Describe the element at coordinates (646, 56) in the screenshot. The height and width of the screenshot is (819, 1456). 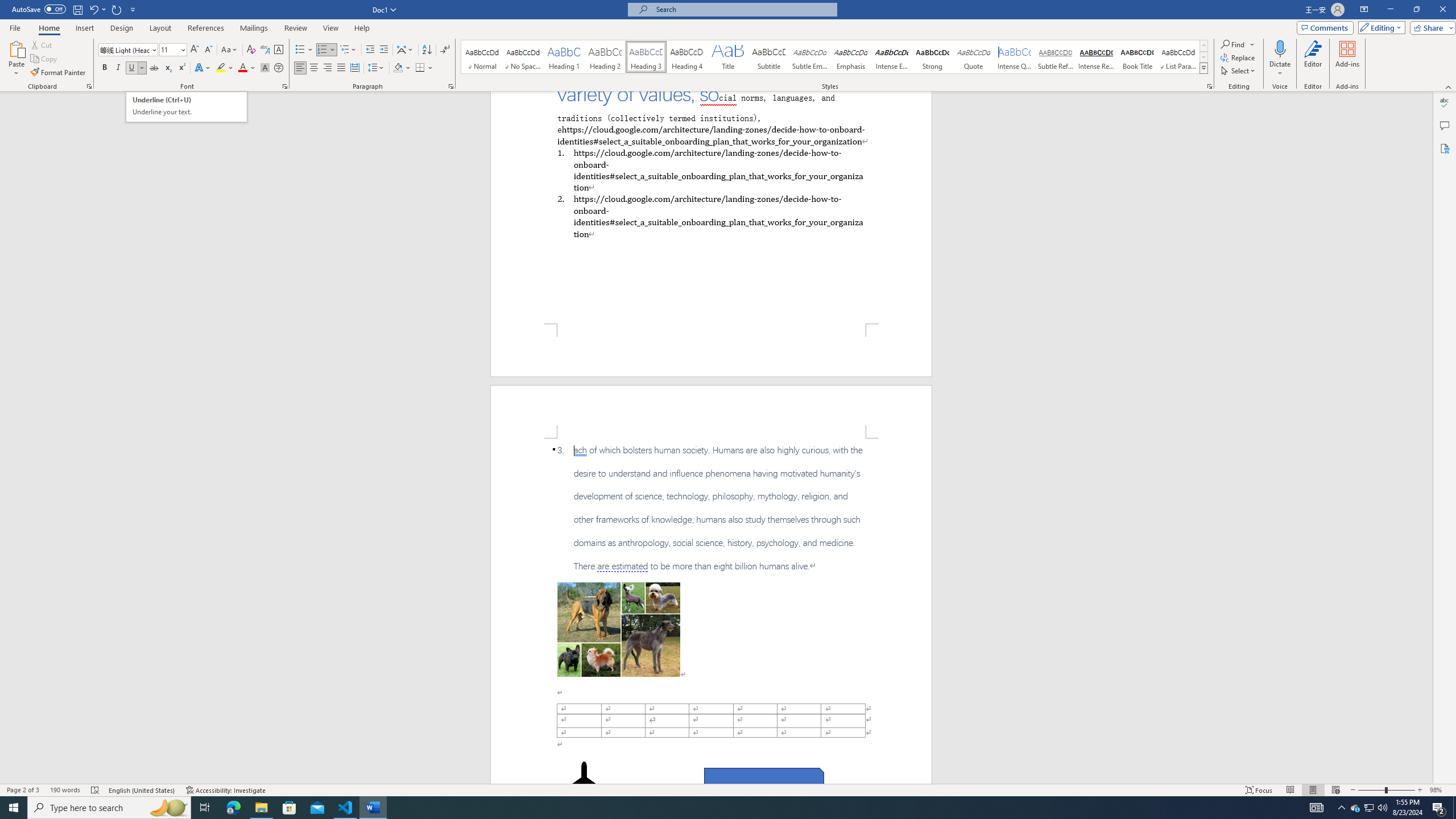
I see `'Heading 3'` at that location.